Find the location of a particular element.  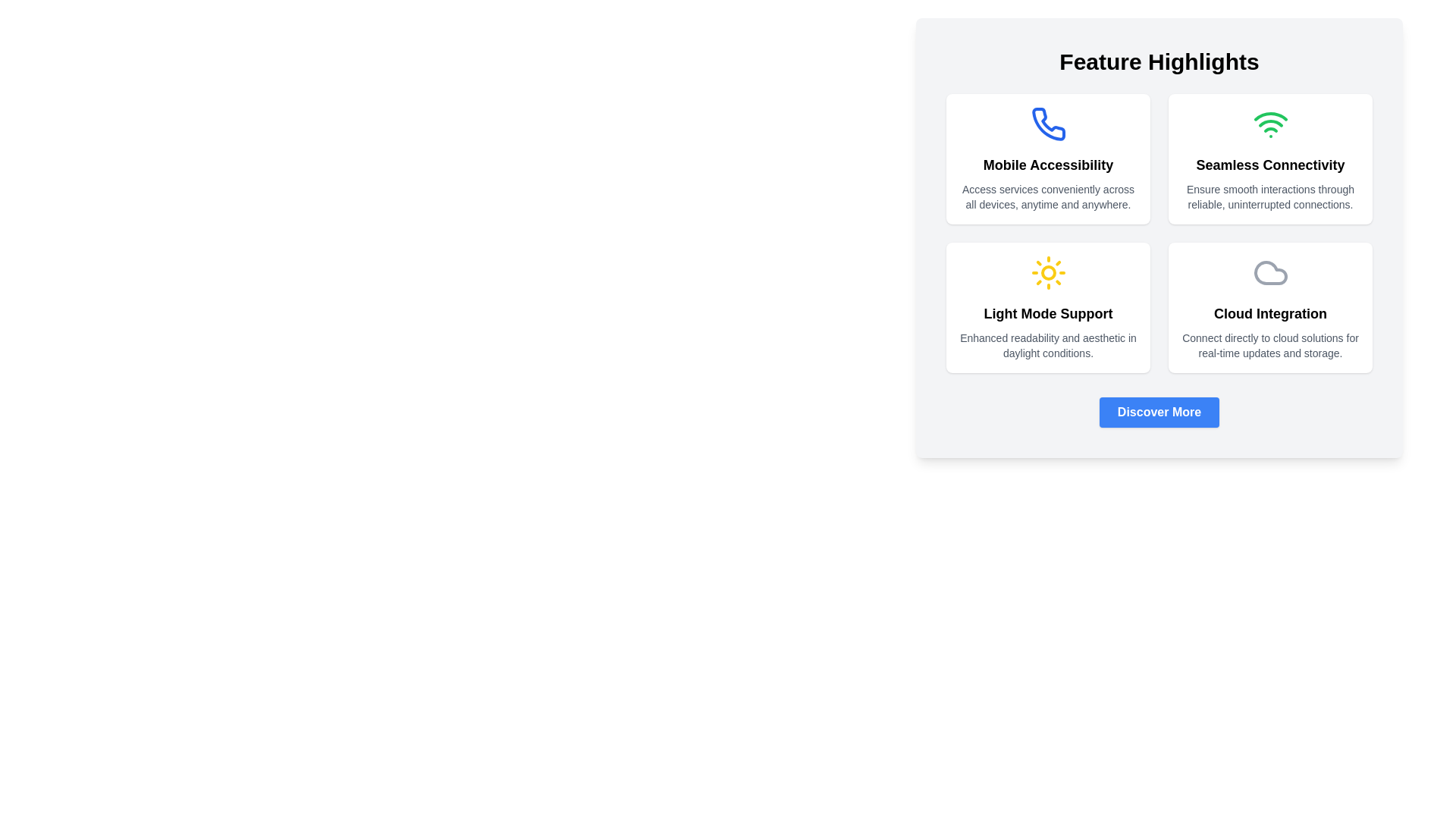

the blue phone icon in line art style located at the center of the 'Mobile Accessibility' card in the 'Feature Highlights' section is located at coordinates (1047, 124).